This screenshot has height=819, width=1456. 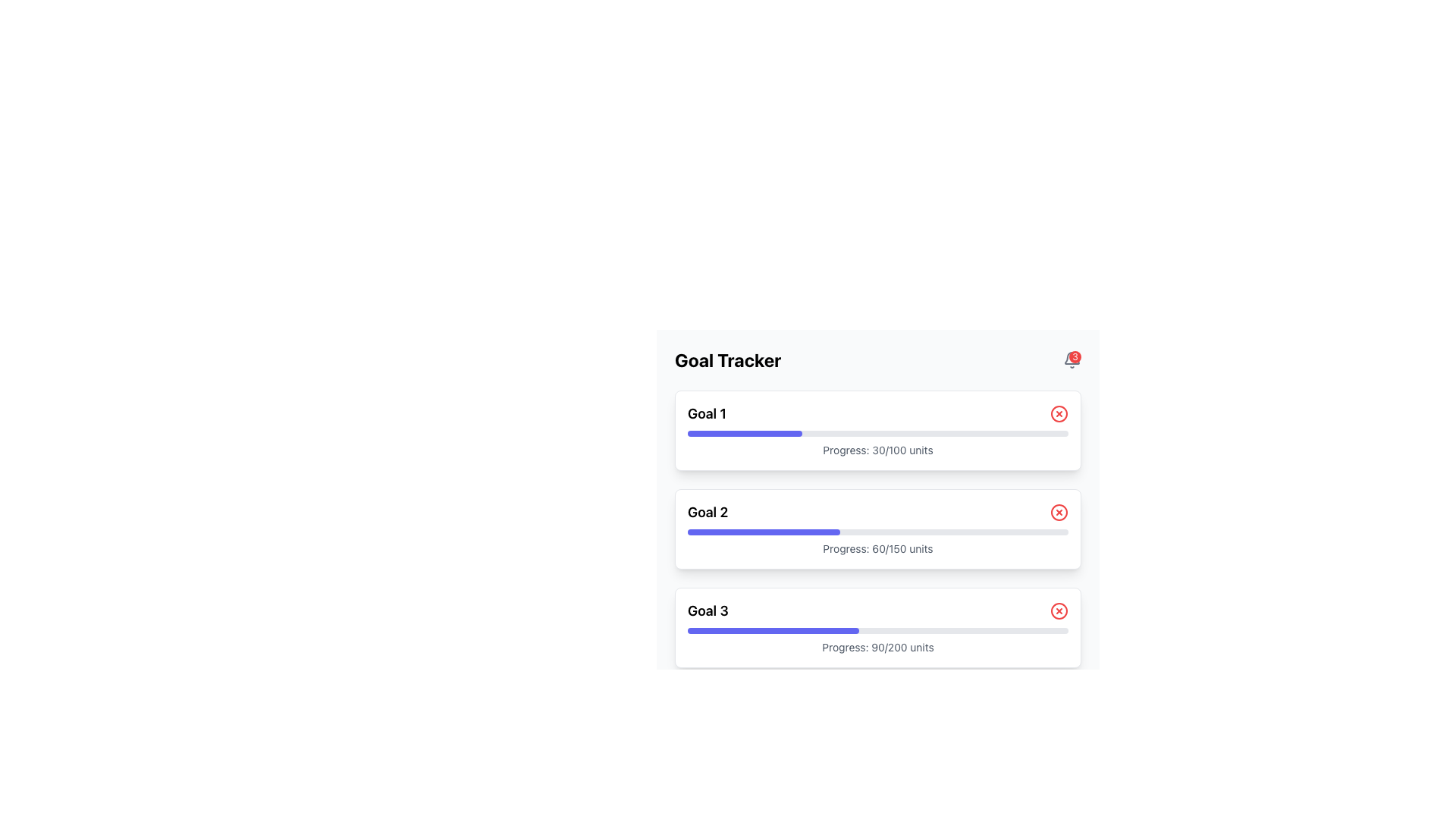 What do you see at coordinates (877, 549) in the screenshot?
I see `the Text label that communicates the progress details of 'Goal 2', which is located directly underneath the progress bar and centered horizontally in the bottom area of the card for 'Goal 2'` at bounding box center [877, 549].